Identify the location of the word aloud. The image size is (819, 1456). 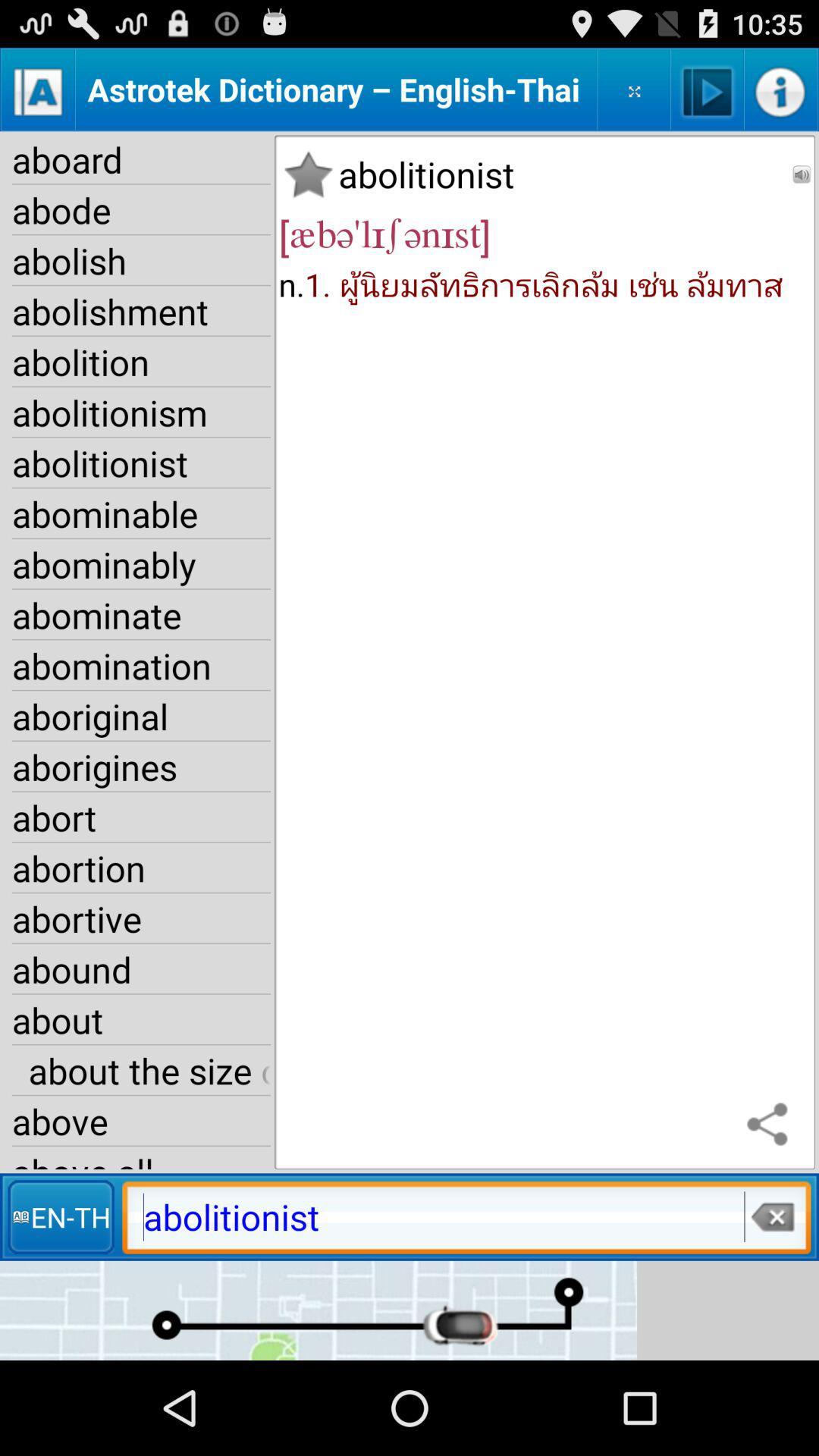
(708, 89).